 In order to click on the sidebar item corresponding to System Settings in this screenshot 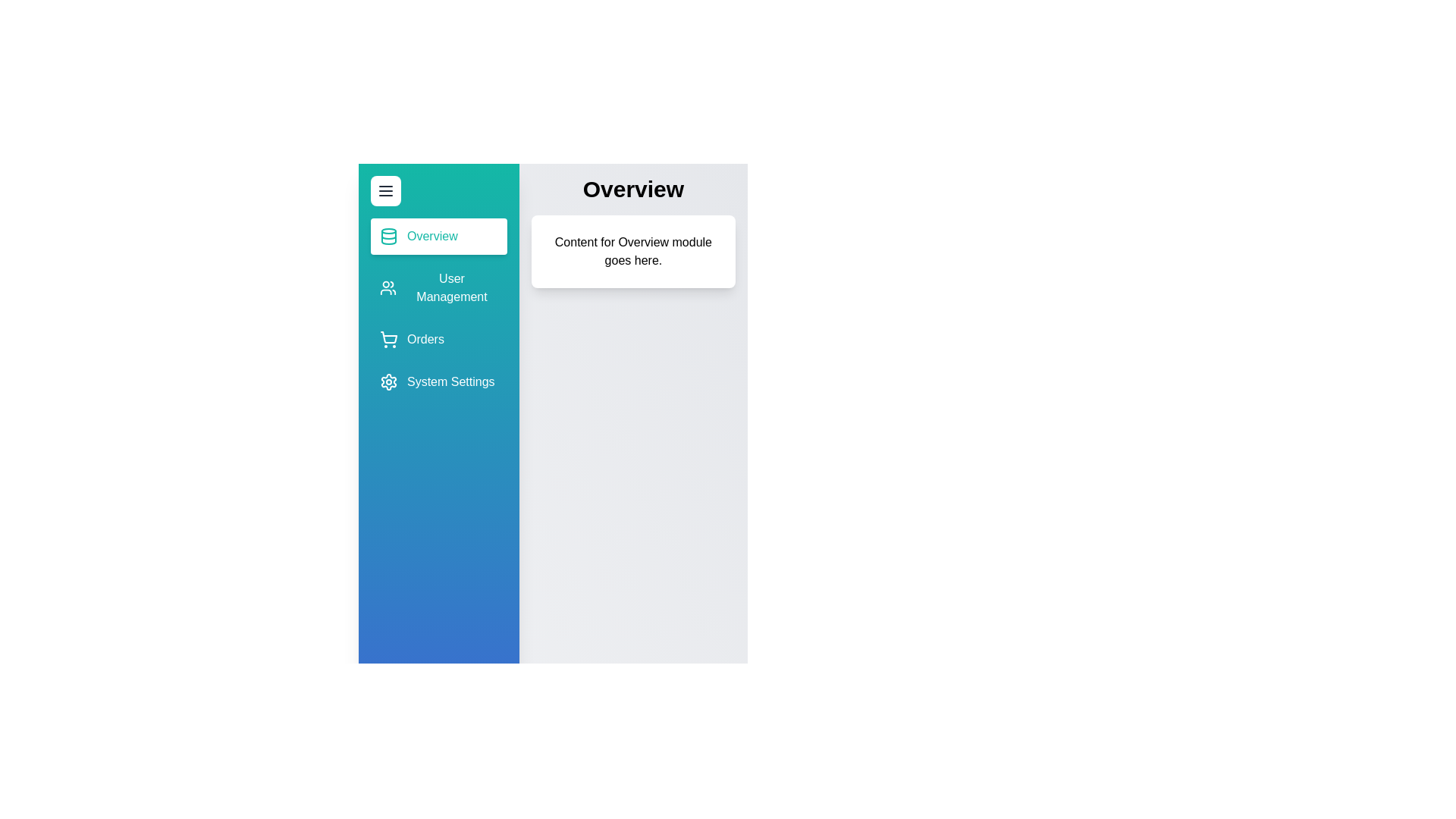, I will do `click(438, 381)`.